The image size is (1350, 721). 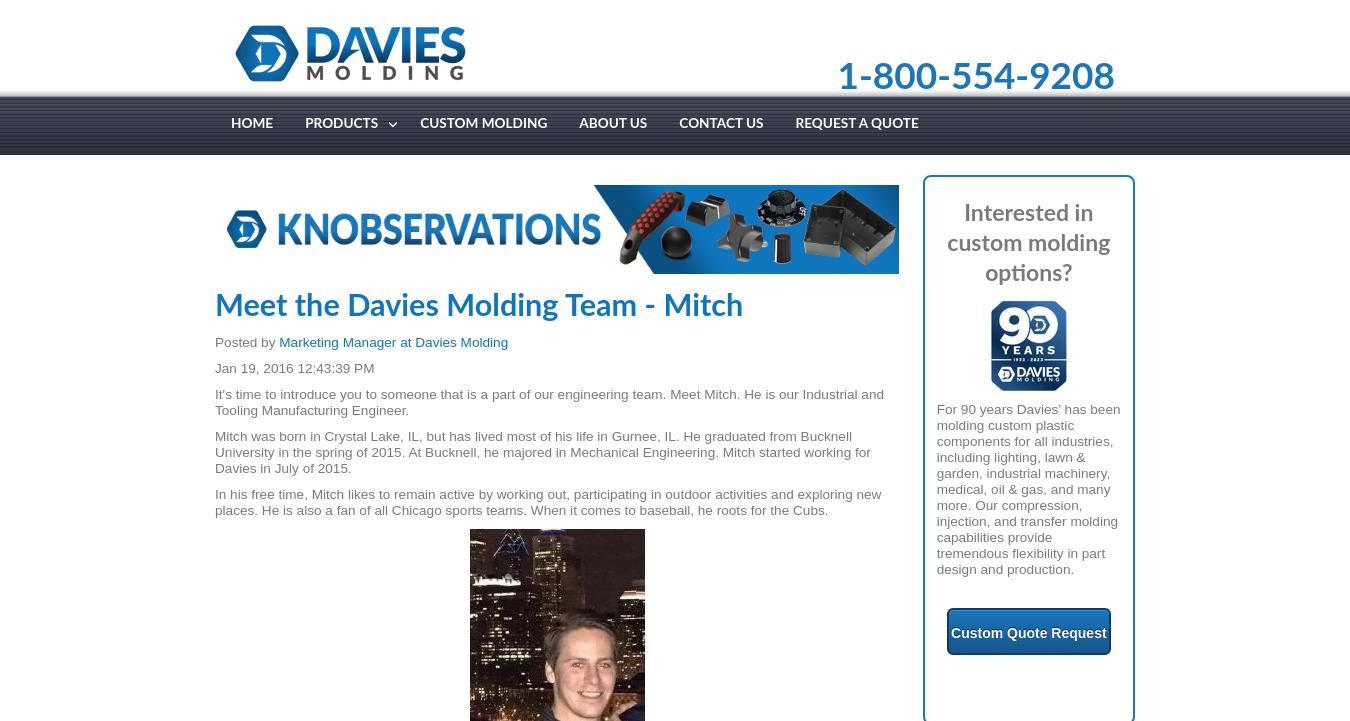 I want to click on 'Mitch was born in Crystal Lake, IL, but has lived most of his life in Gurnee, IL. He graduated from Bucknell University in the spring of 2015. At Bucknell, he majored in Mechanical Engineering. Mitch started working for Davies in July of 2015.', so click(x=215, y=451).